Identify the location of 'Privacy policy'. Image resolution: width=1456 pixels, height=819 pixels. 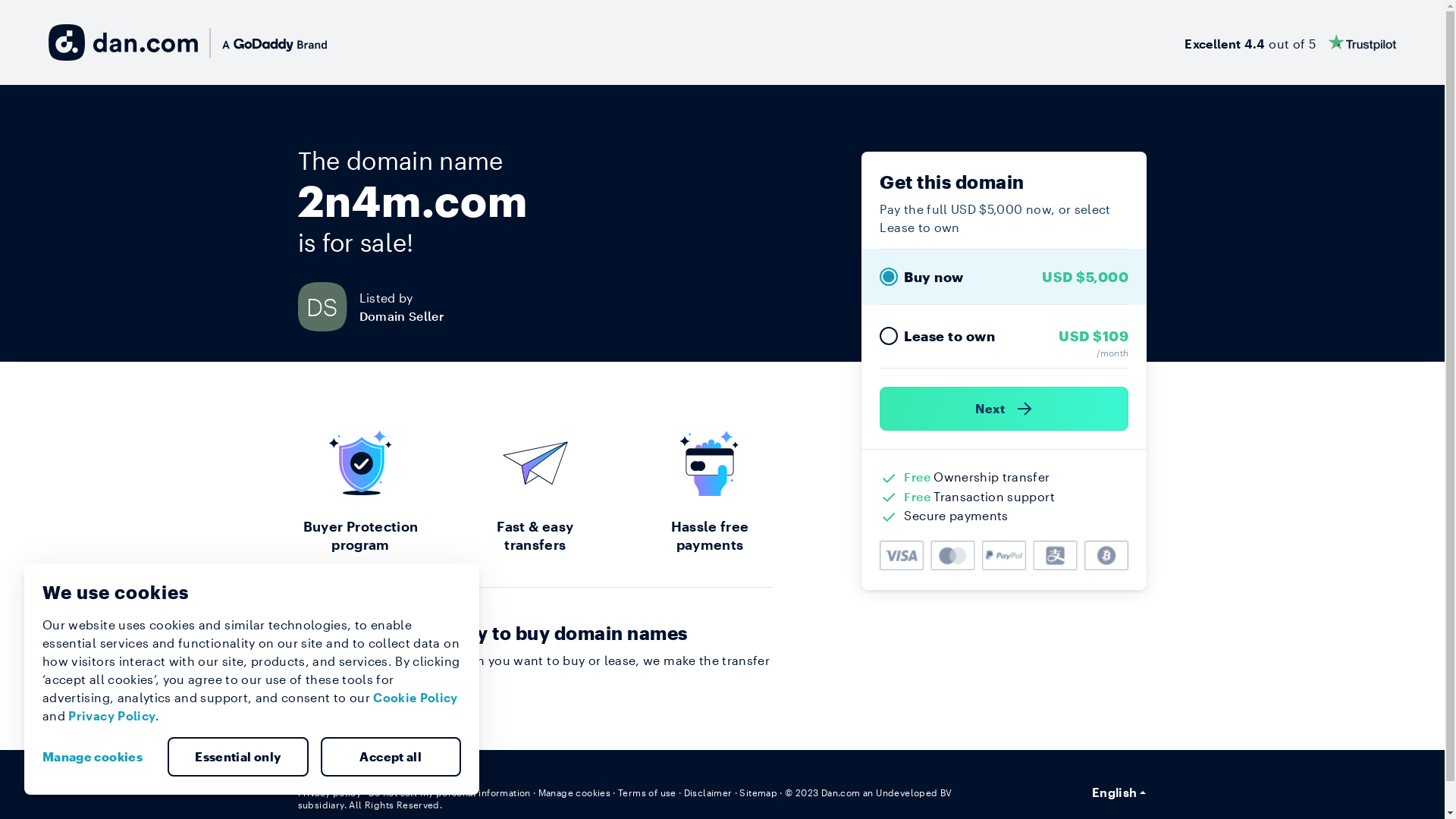
(328, 792).